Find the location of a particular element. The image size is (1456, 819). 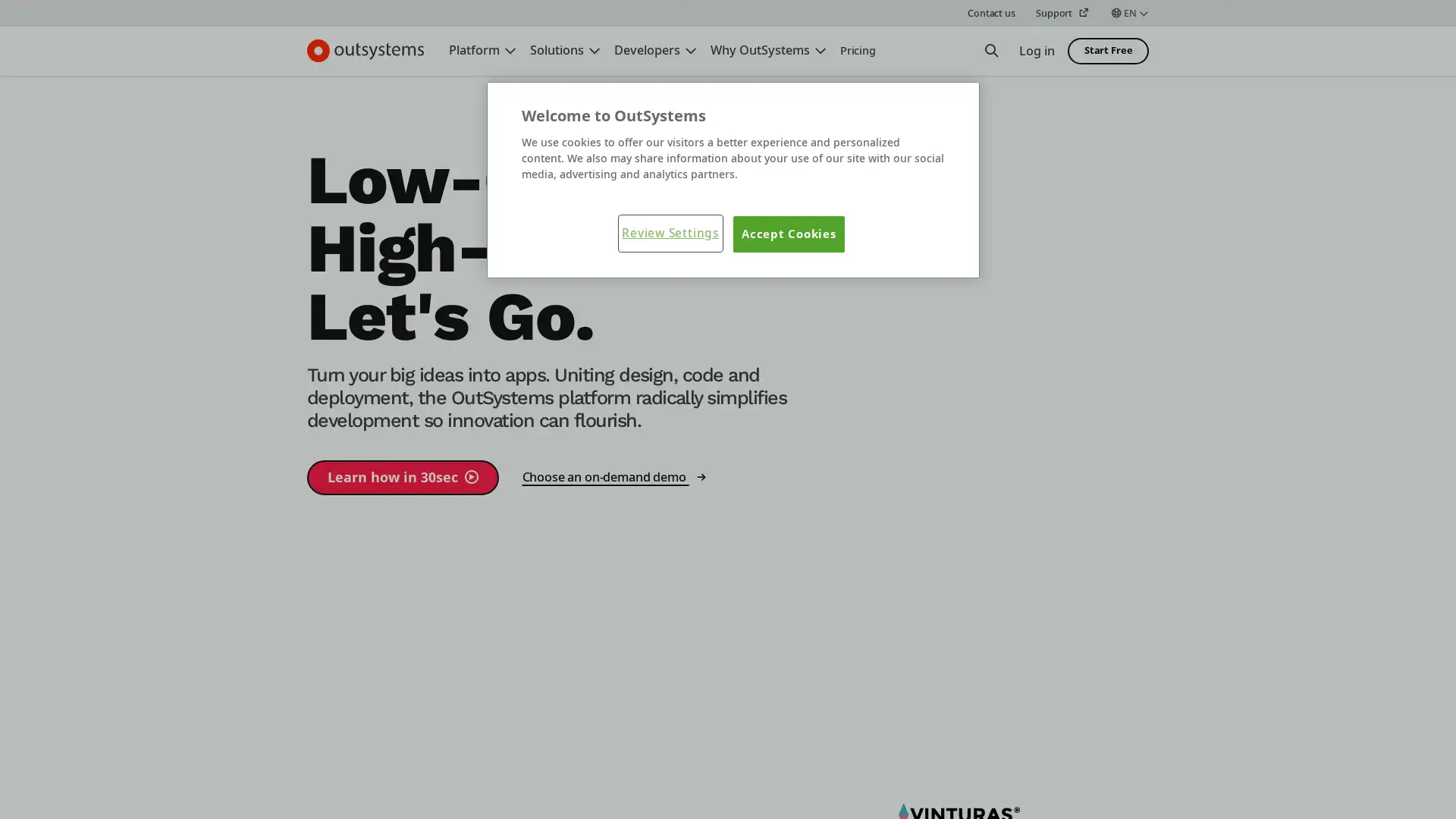

Platform is located at coordinates (481, 49).